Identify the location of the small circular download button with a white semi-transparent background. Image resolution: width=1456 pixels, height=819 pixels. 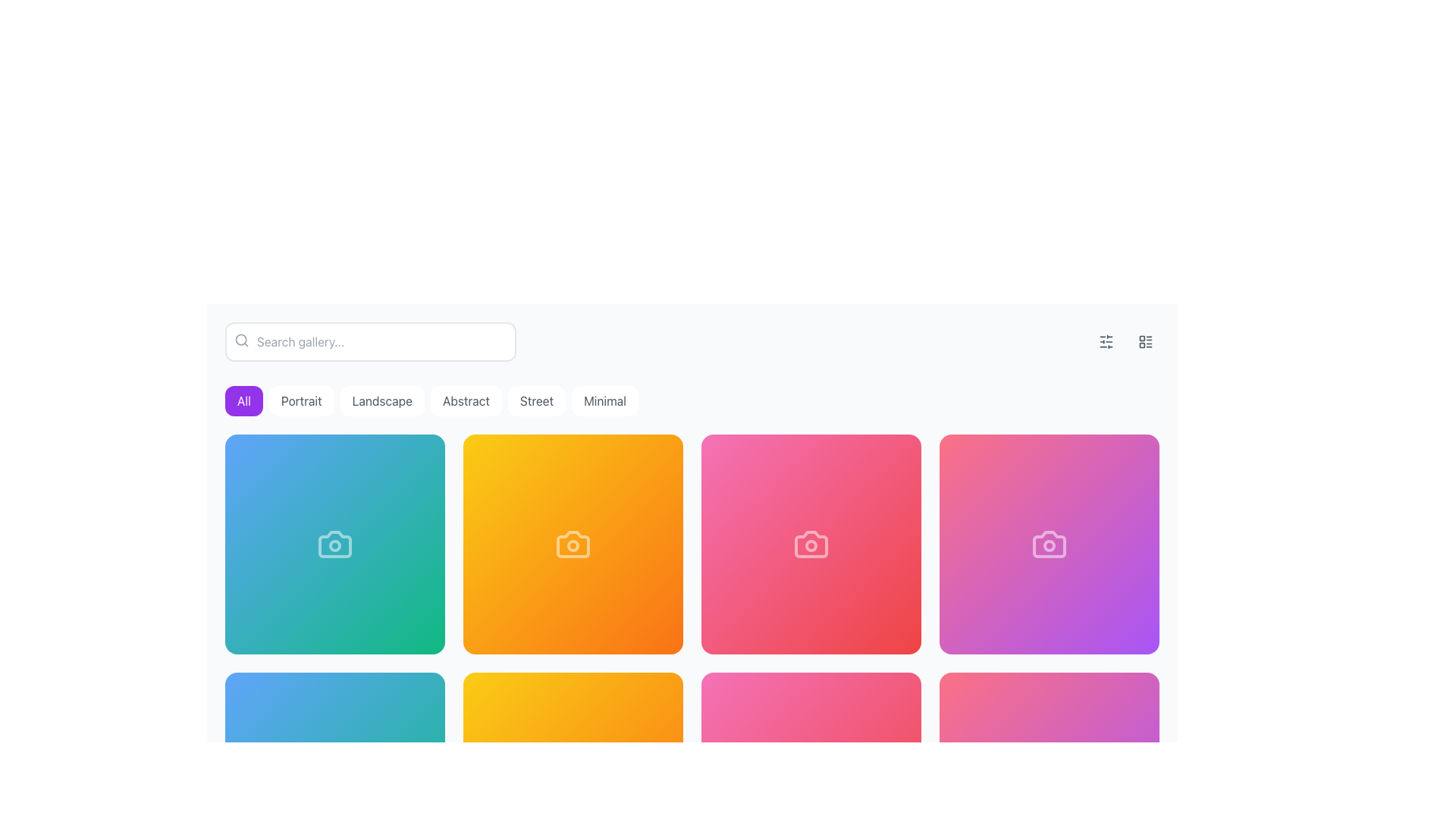
(334, 543).